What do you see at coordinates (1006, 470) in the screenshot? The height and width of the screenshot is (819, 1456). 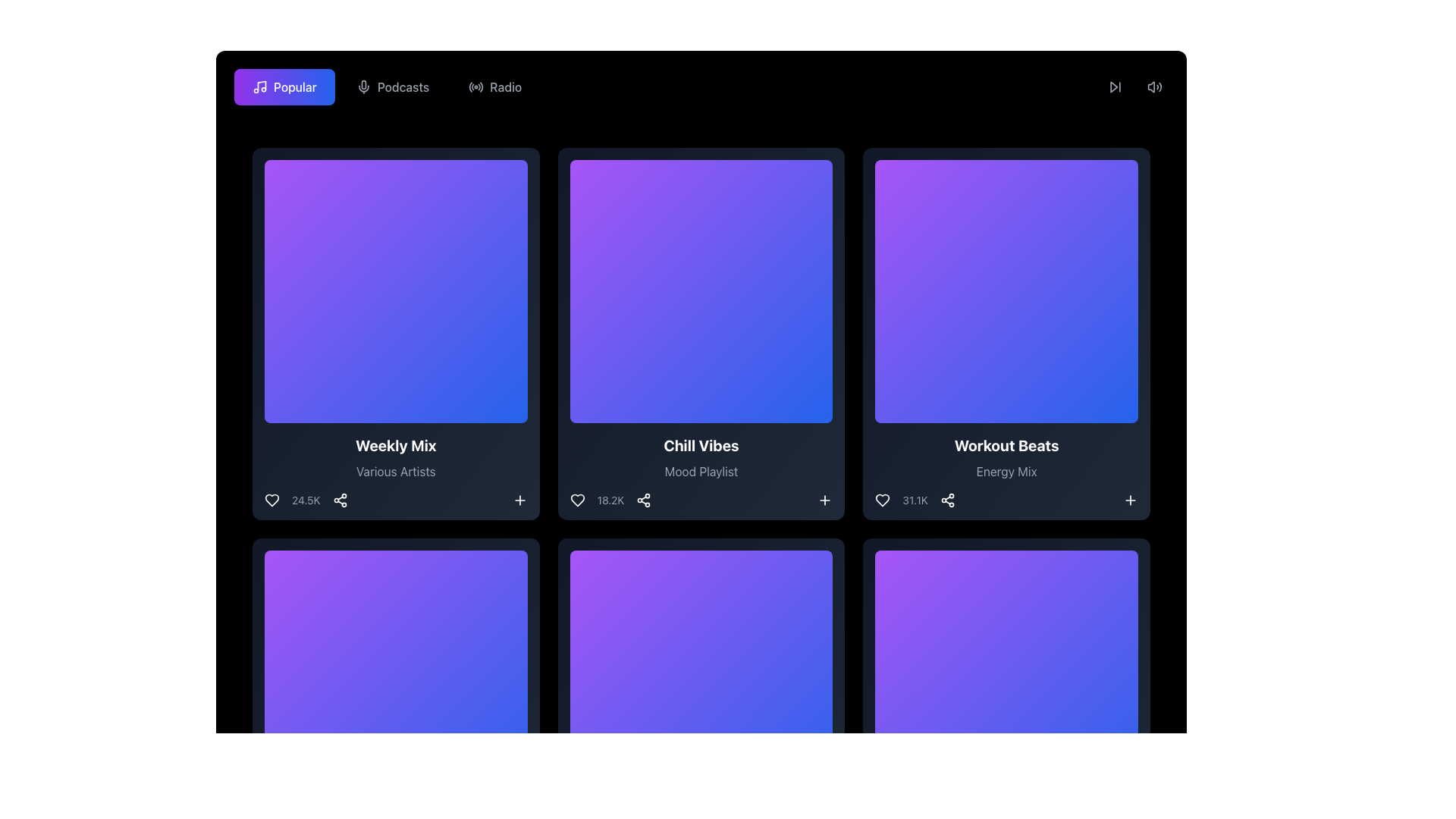 I see `the 'Energy Mix' text label located in the third tile from the left in the top row of the music library interface, positioned under 'Workout Beats'` at bounding box center [1006, 470].